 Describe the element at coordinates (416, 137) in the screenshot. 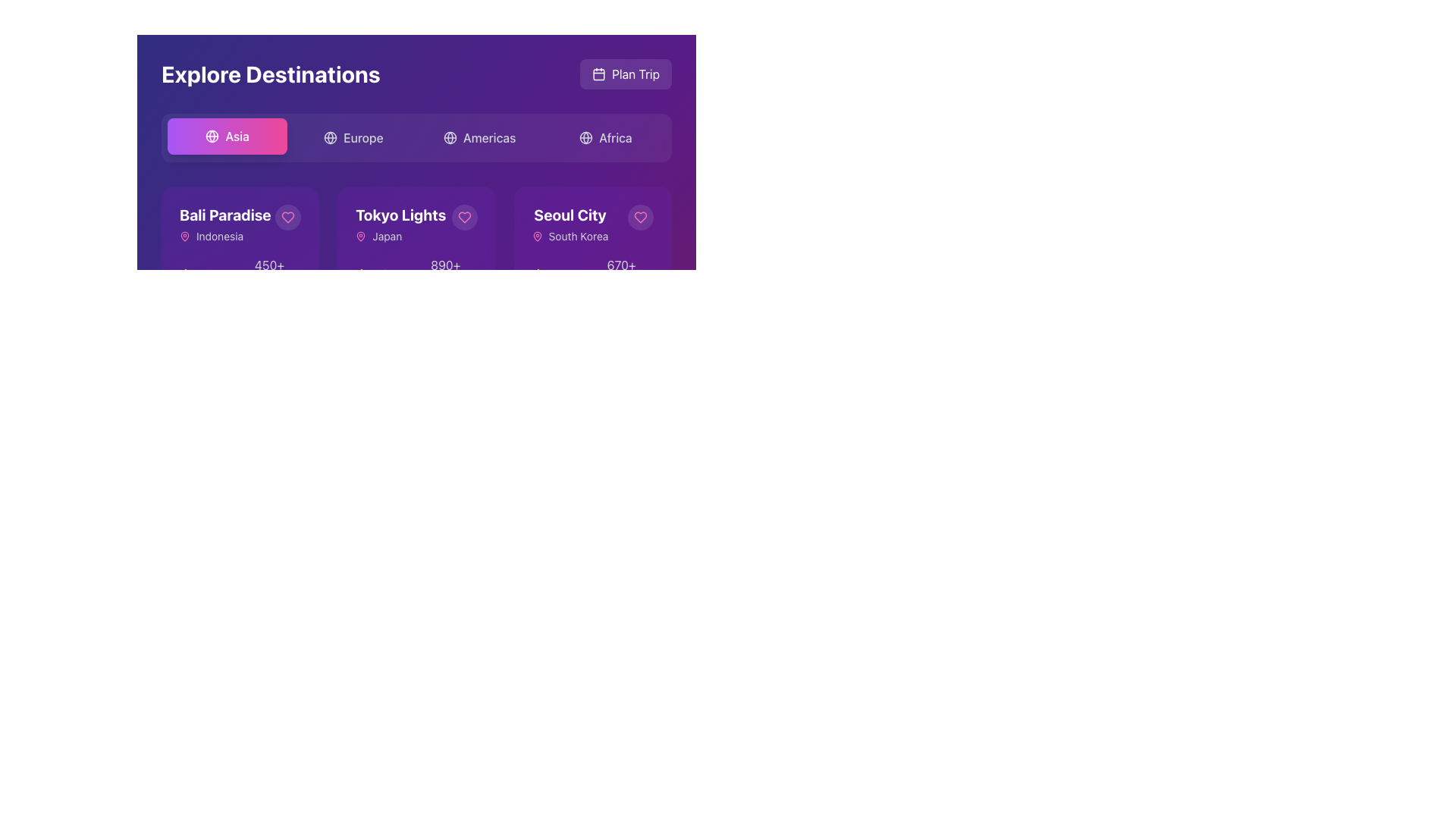

I see `the Tab Navigation Bar located below the 'Explore Destinations' title section` at that location.